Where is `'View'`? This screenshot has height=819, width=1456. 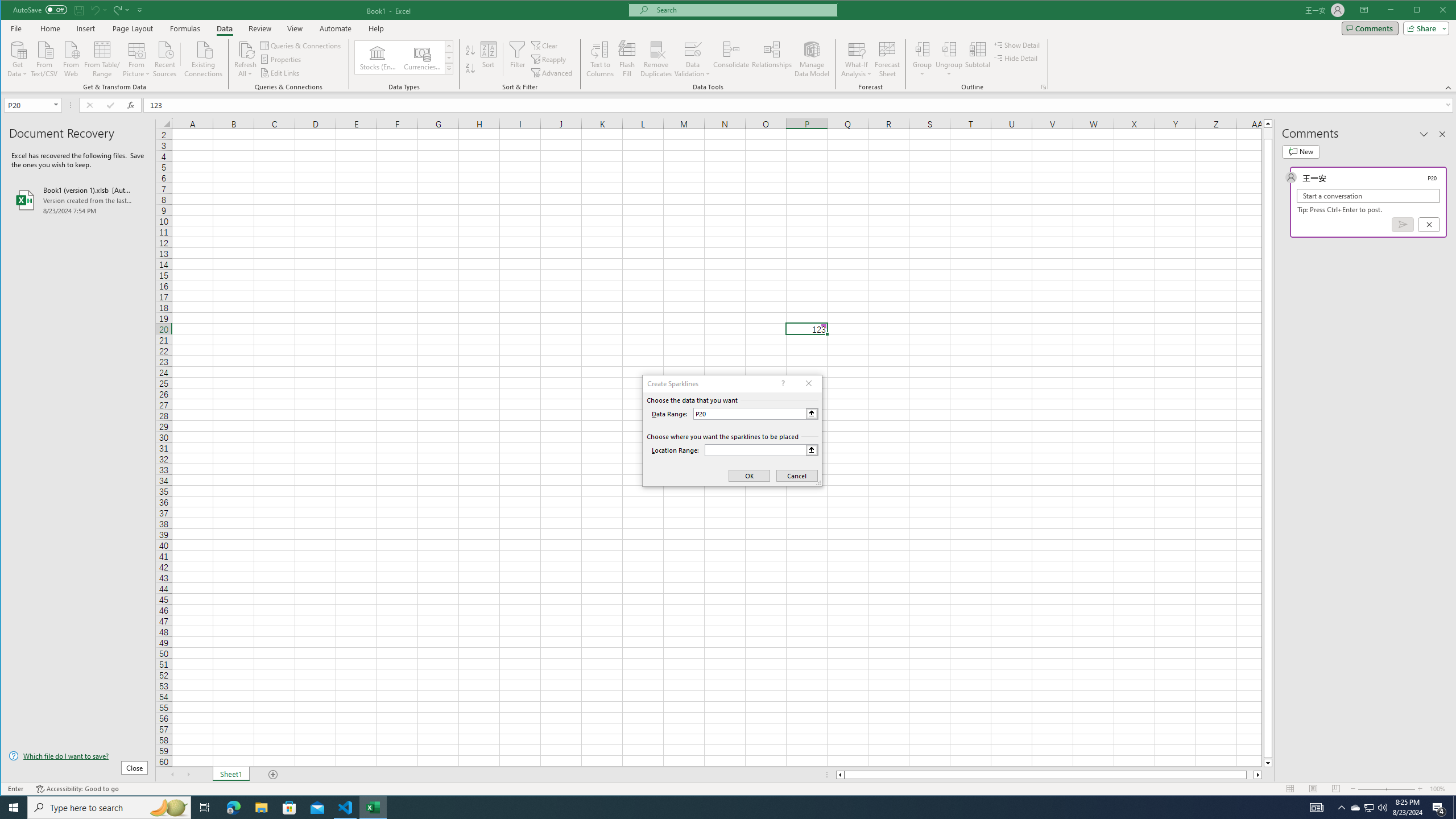 'View' is located at coordinates (294, 28).